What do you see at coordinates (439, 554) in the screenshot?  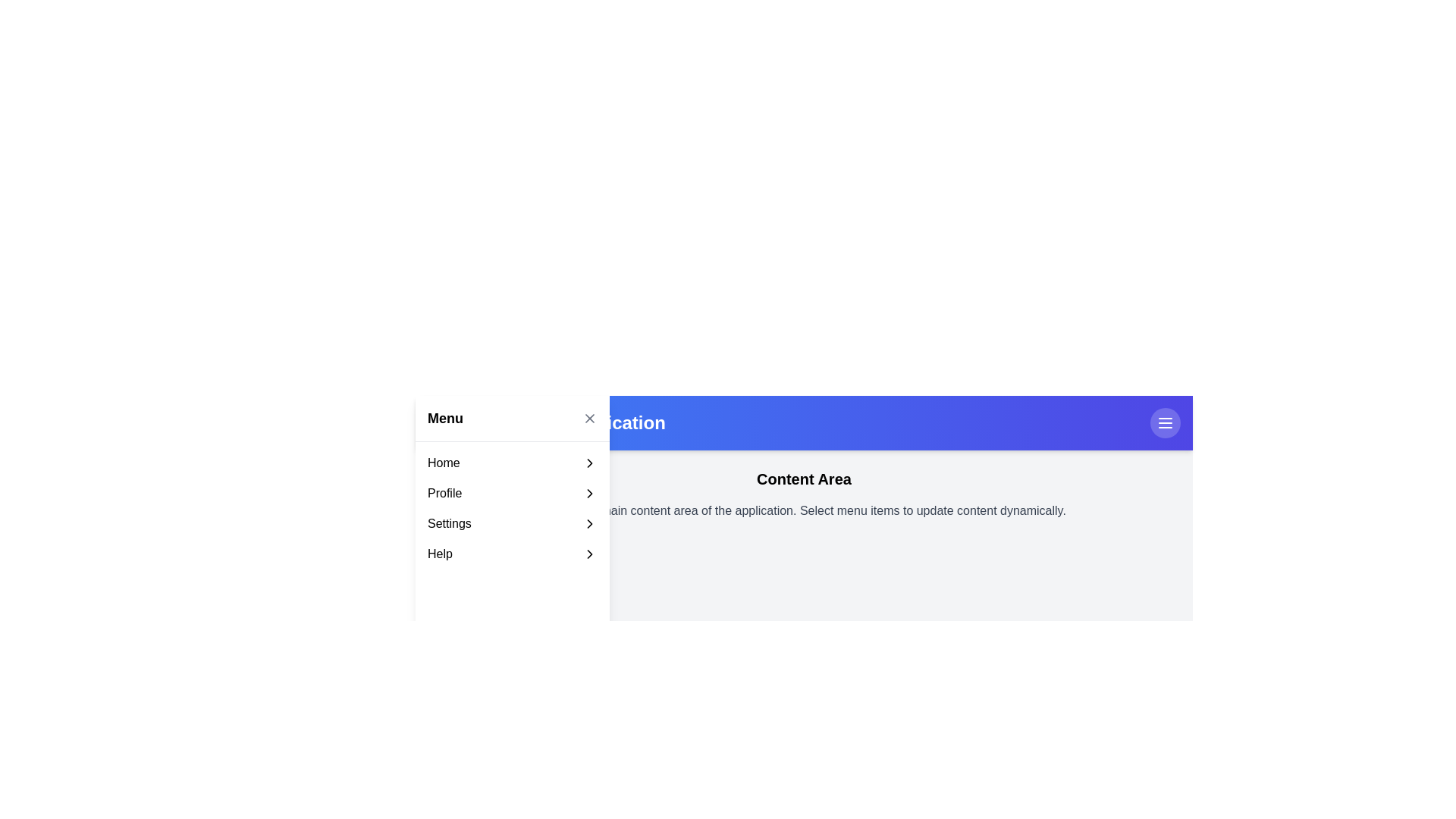 I see `the 'Help' text label element located in the fourth menu item of the vertical sidebar list` at bounding box center [439, 554].